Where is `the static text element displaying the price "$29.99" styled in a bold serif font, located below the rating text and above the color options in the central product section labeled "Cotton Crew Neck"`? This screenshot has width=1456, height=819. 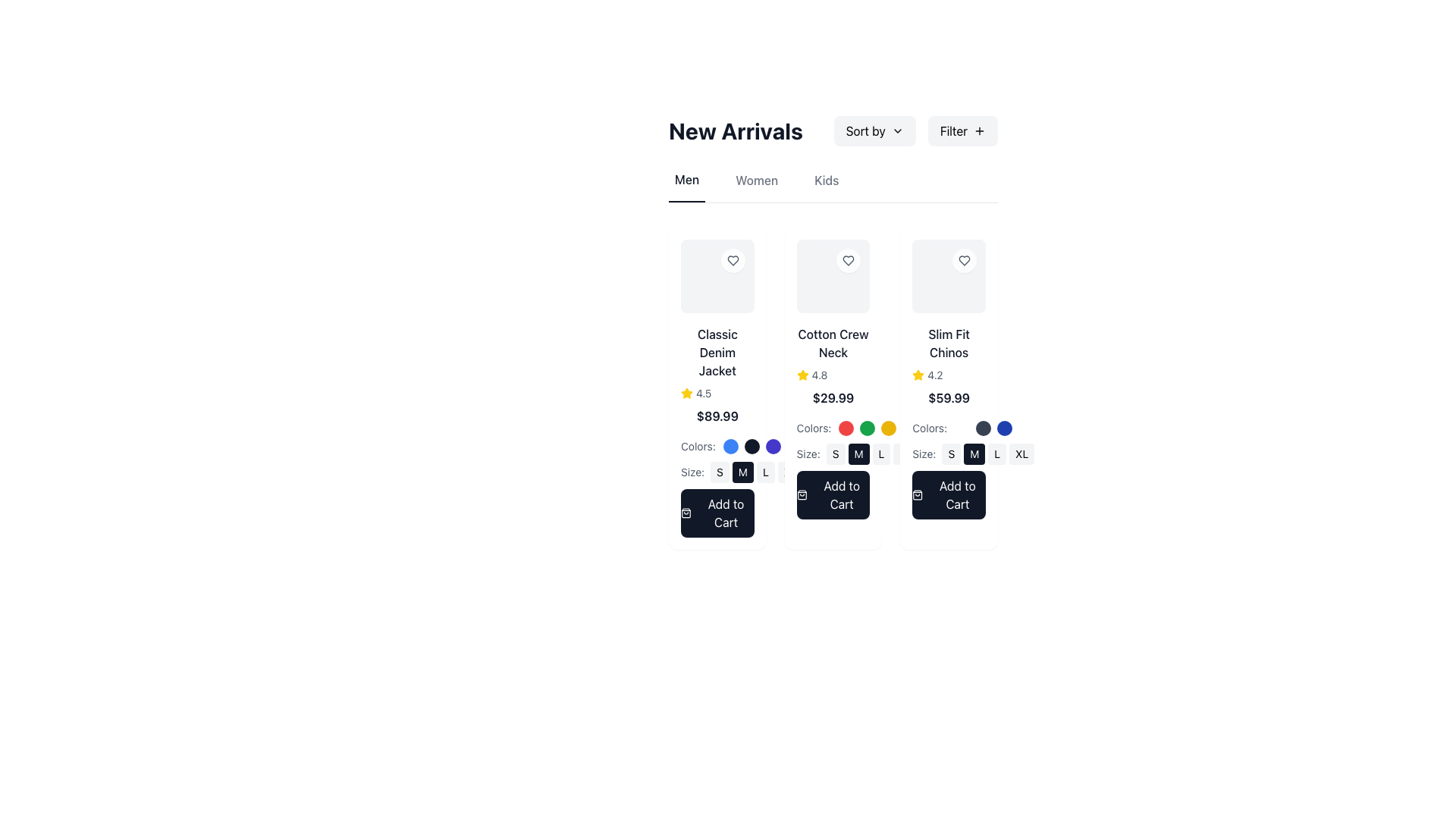 the static text element displaying the price "$29.99" styled in a bold serif font, located below the rating text and above the color options in the central product section labeled "Cotton Crew Neck" is located at coordinates (833, 397).